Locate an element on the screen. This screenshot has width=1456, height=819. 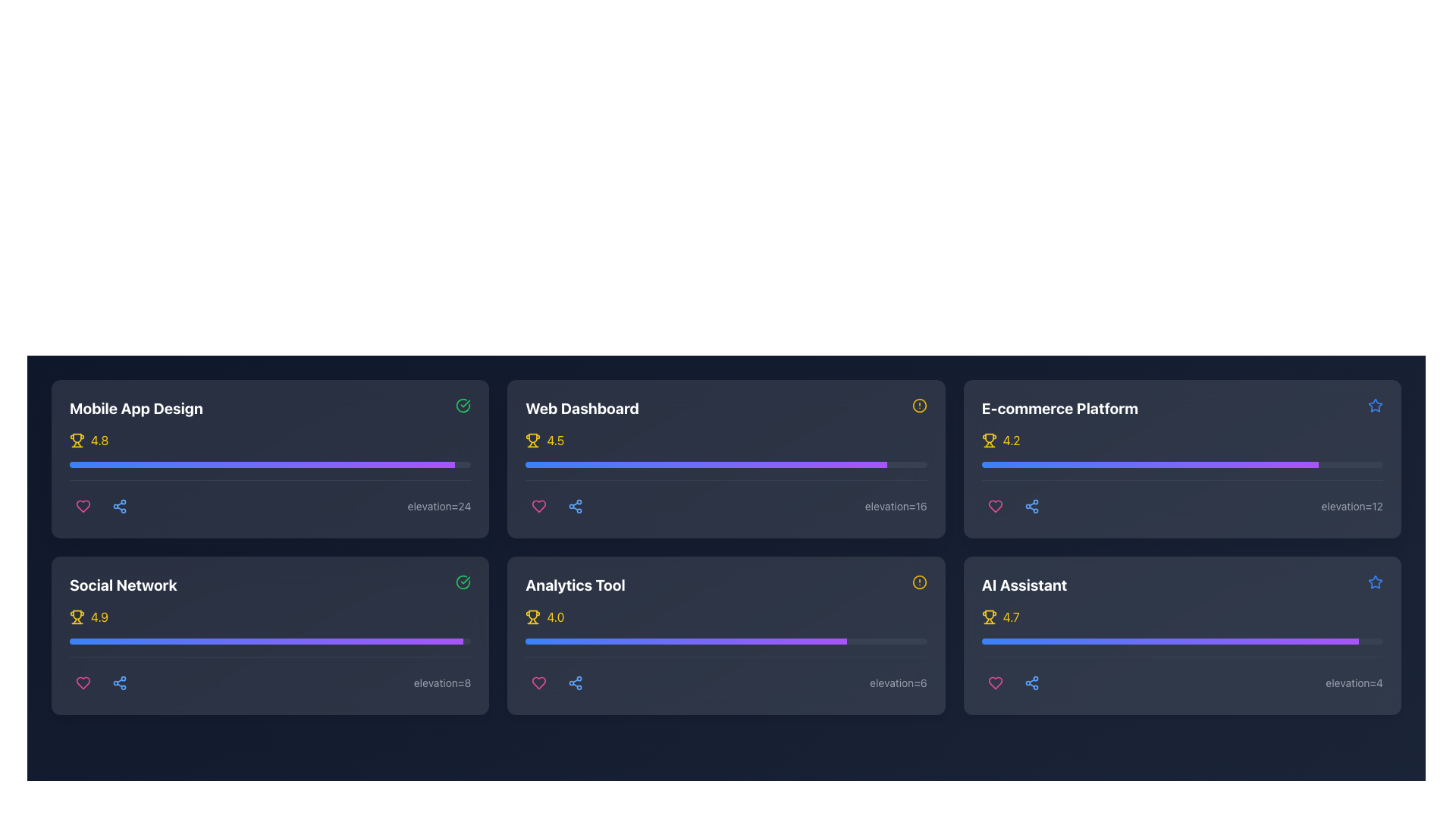
the 'Social Network' text label which is displayed in bold, white font on a dark card interface is located at coordinates (123, 584).